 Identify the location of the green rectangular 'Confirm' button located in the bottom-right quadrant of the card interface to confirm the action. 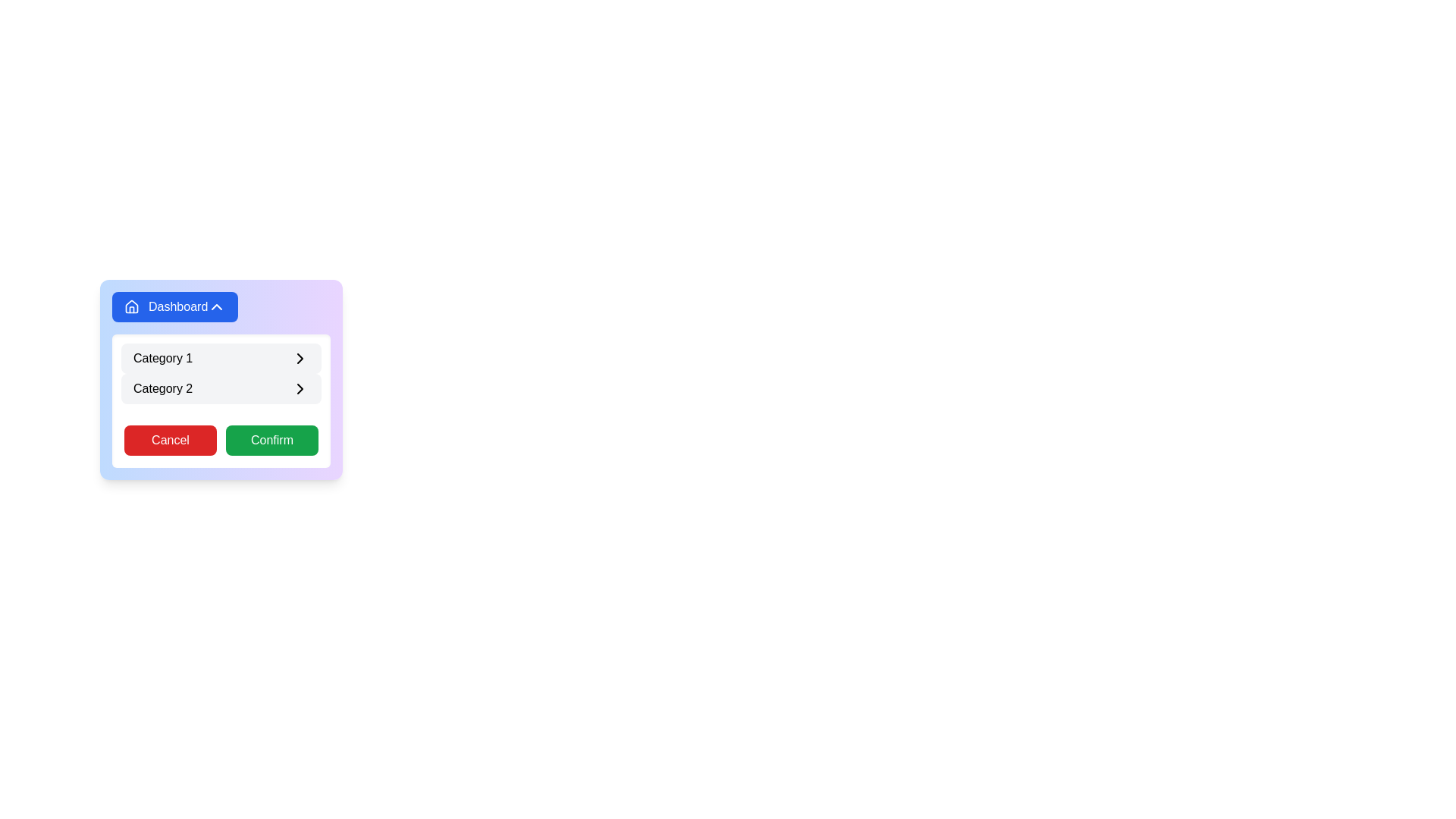
(272, 441).